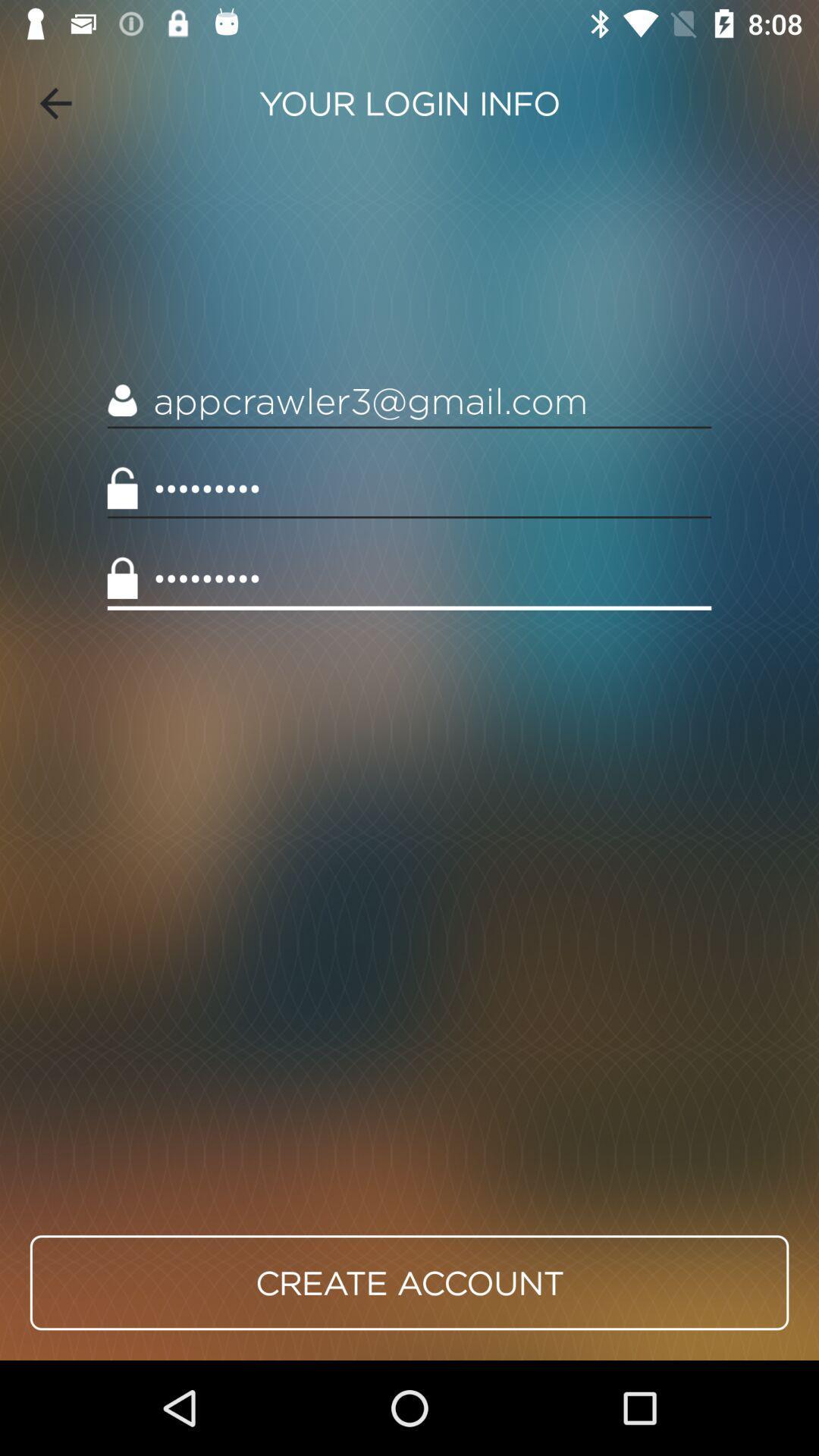 Image resolution: width=819 pixels, height=1456 pixels. Describe the element at coordinates (409, 401) in the screenshot. I see `the appcrawler3@gmail.com icon` at that location.